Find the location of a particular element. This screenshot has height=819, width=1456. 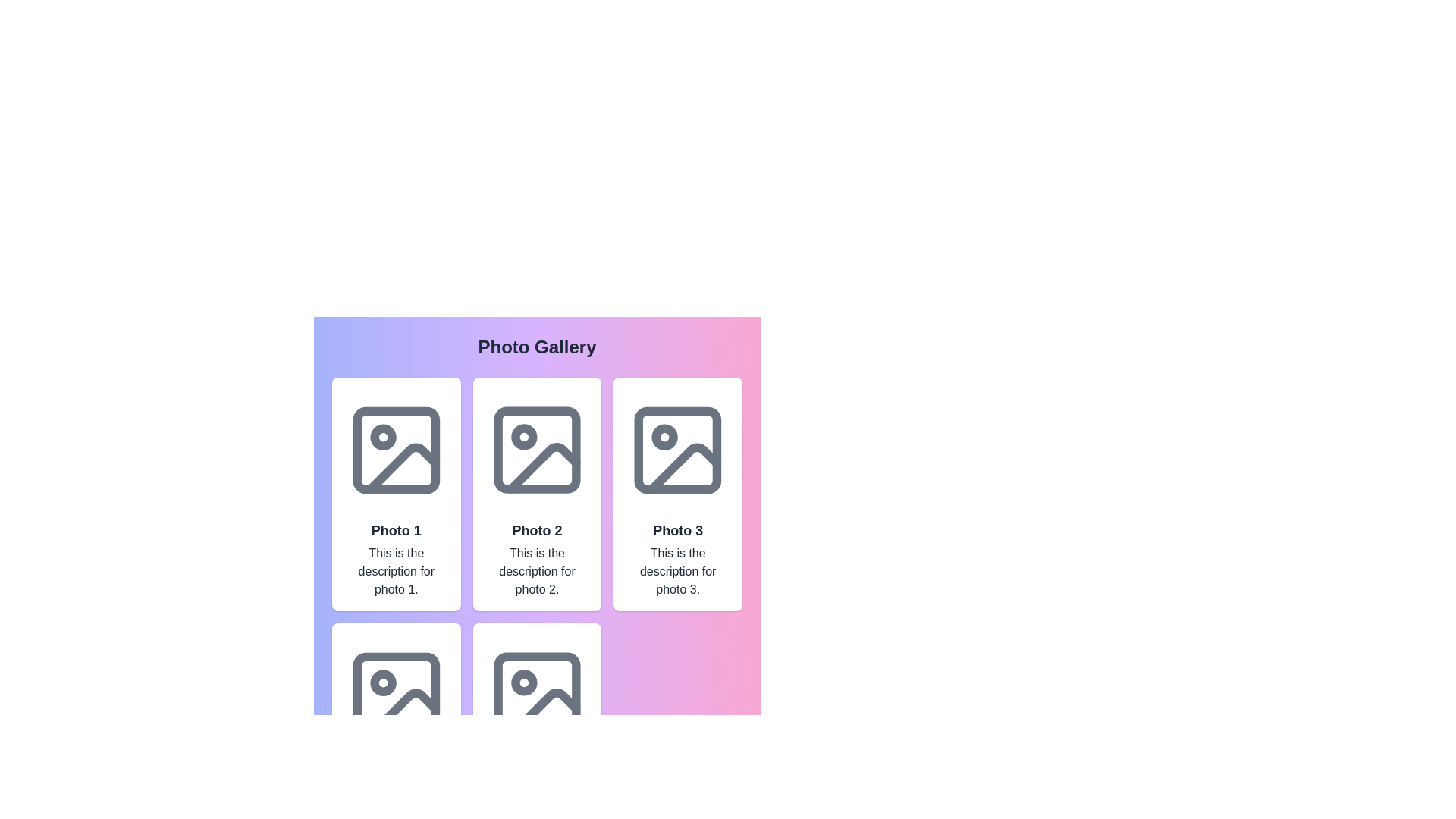

the first card in the 3-column grid layout that presents a photo preview, title, and description is located at coordinates (396, 494).